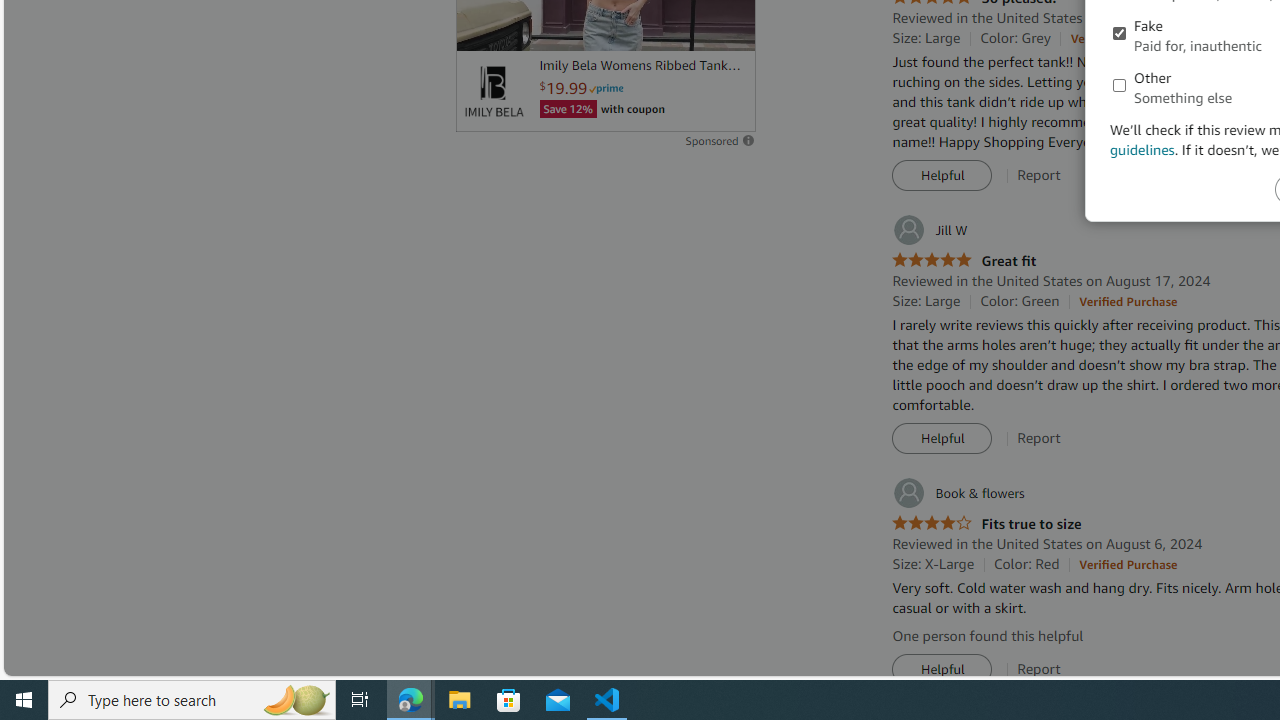 Image resolution: width=1280 pixels, height=720 pixels. Describe the element at coordinates (928, 229) in the screenshot. I see `'Jill W'` at that location.